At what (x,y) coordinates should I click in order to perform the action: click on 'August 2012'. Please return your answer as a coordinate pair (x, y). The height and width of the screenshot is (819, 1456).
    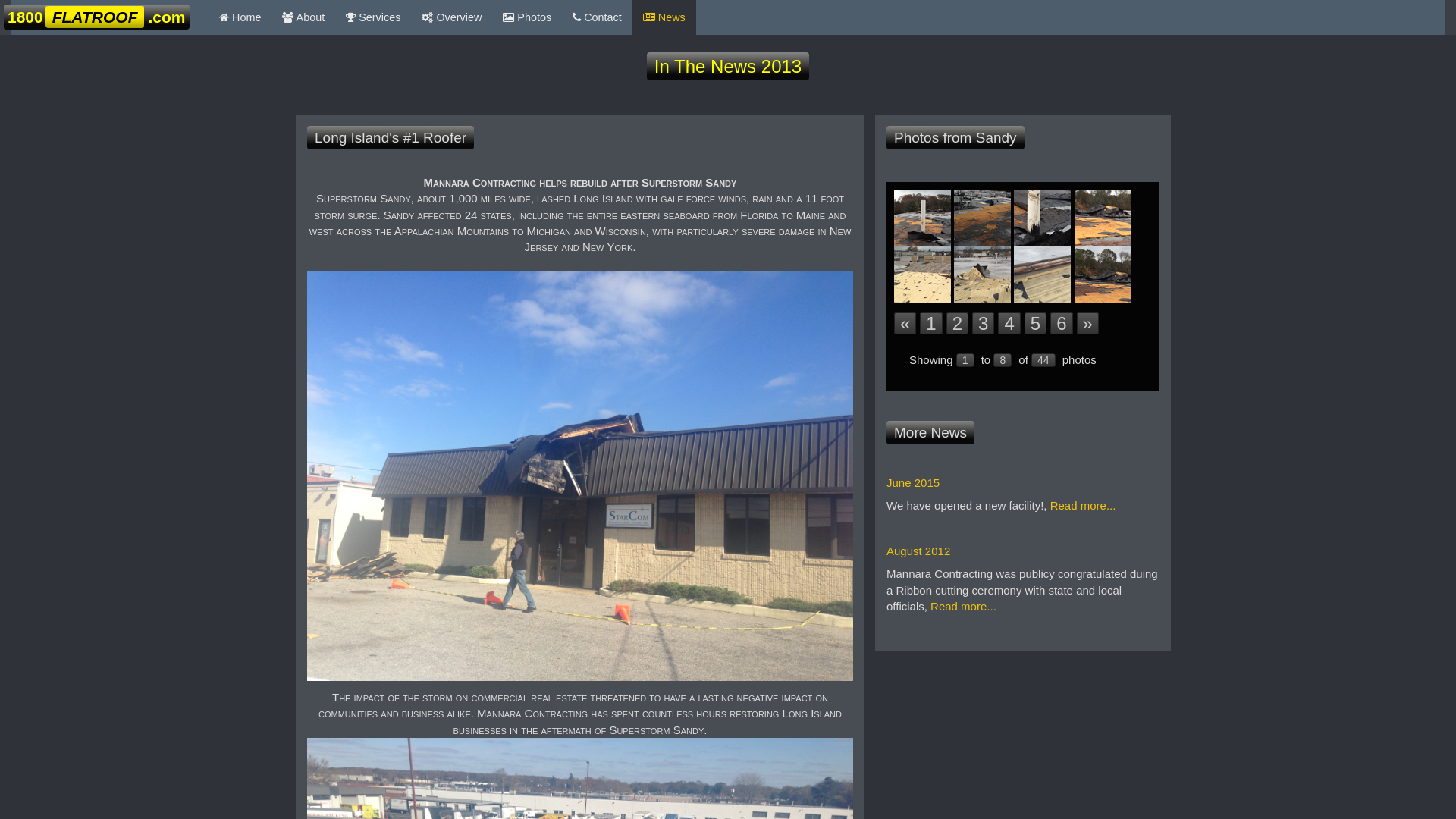
    Looking at the image, I should click on (917, 551).